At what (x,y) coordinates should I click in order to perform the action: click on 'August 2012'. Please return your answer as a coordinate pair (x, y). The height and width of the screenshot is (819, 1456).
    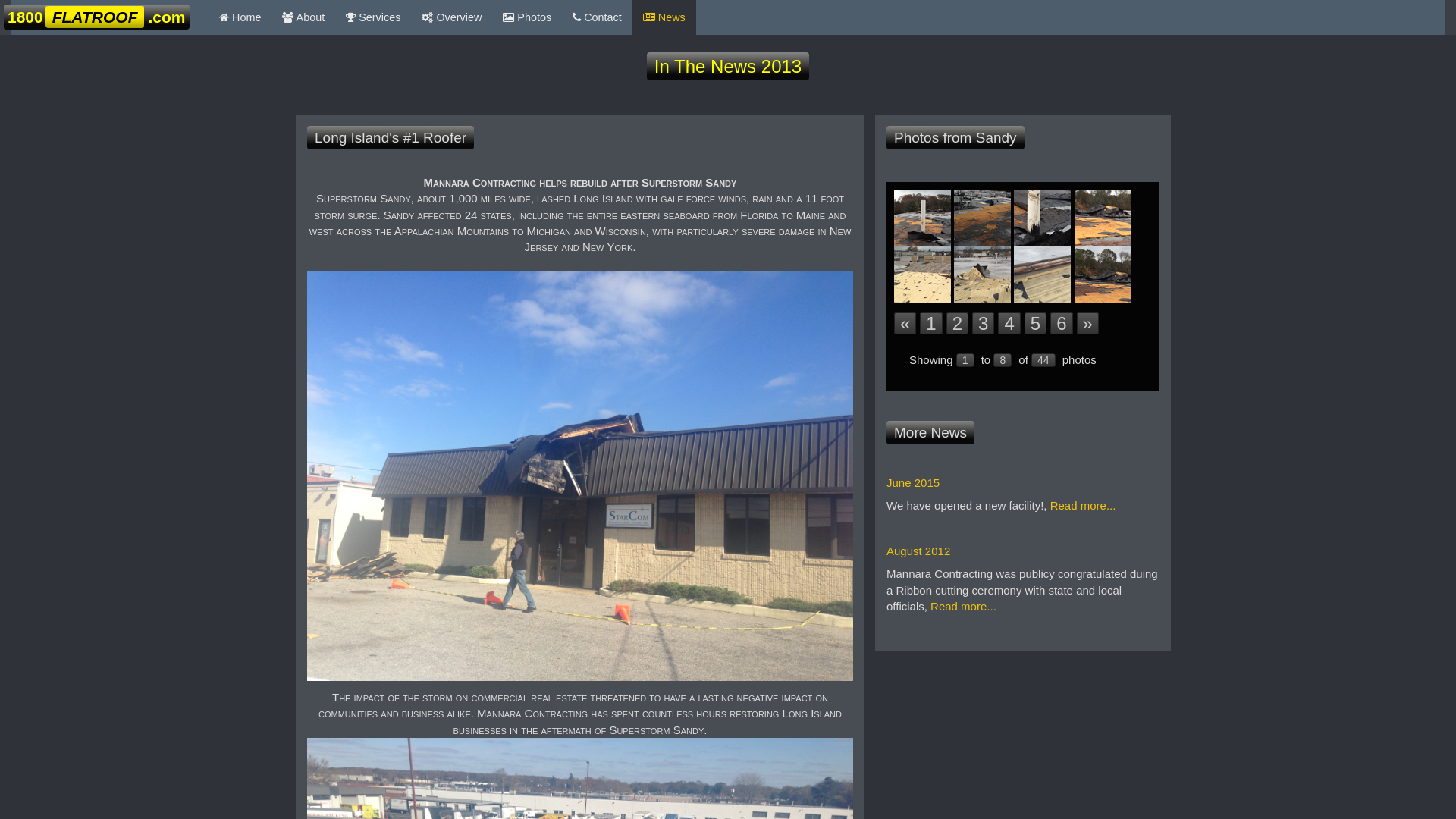
    Looking at the image, I should click on (917, 551).